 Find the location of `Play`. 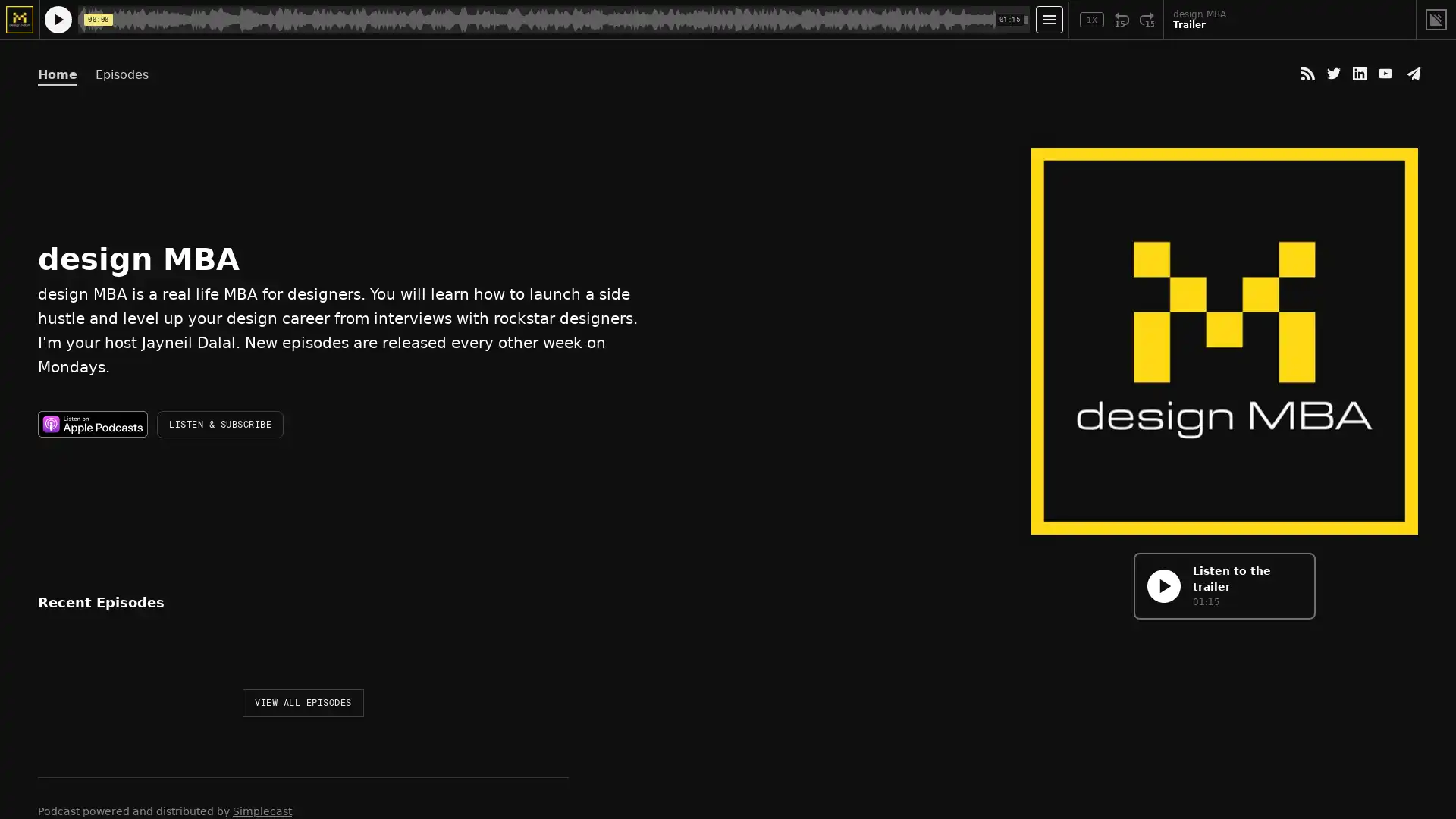

Play is located at coordinates (55, 665).